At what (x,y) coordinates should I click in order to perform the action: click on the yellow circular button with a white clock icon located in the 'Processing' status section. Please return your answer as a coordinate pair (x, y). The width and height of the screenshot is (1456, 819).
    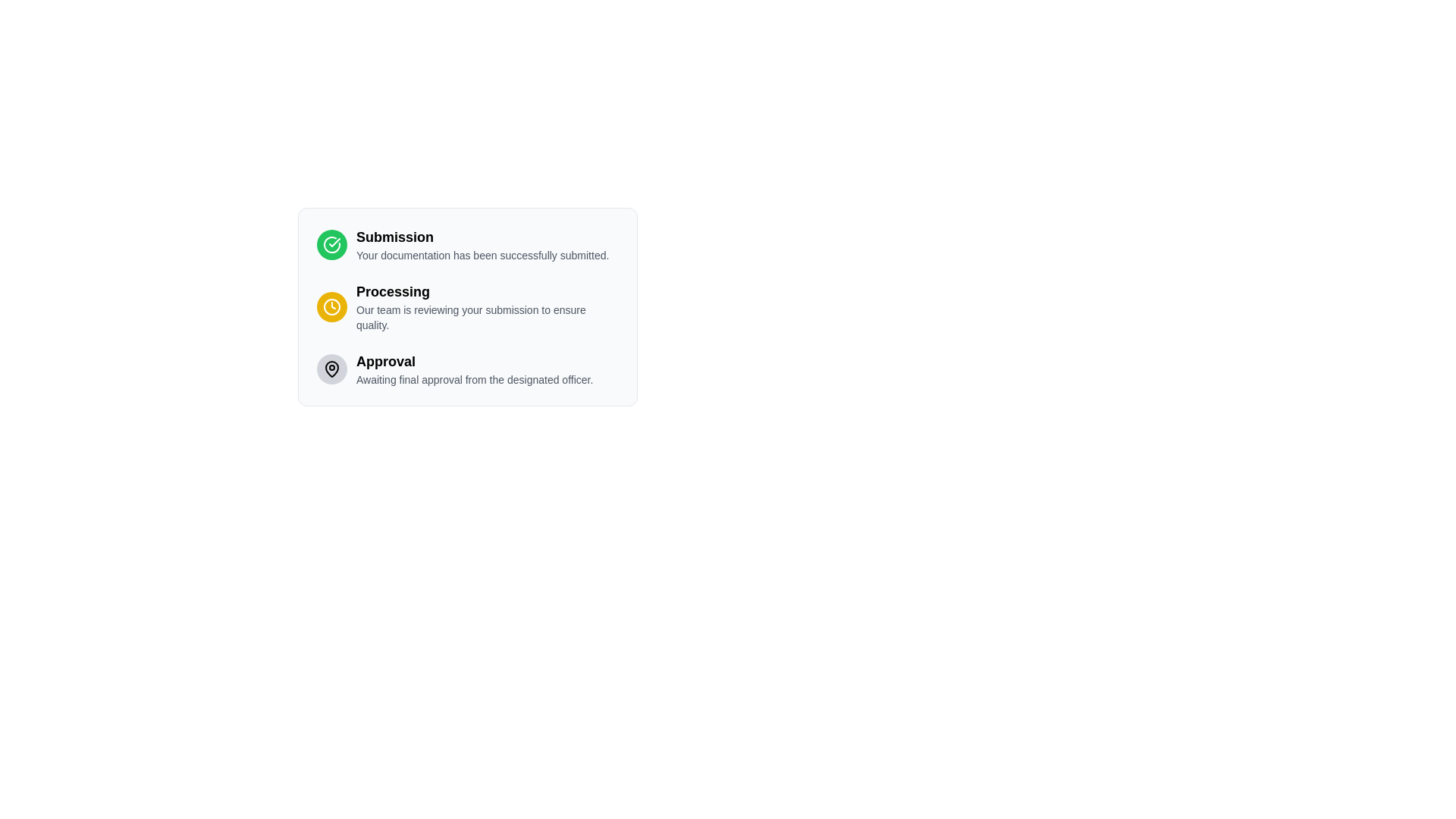
    Looking at the image, I should click on (331, 307).